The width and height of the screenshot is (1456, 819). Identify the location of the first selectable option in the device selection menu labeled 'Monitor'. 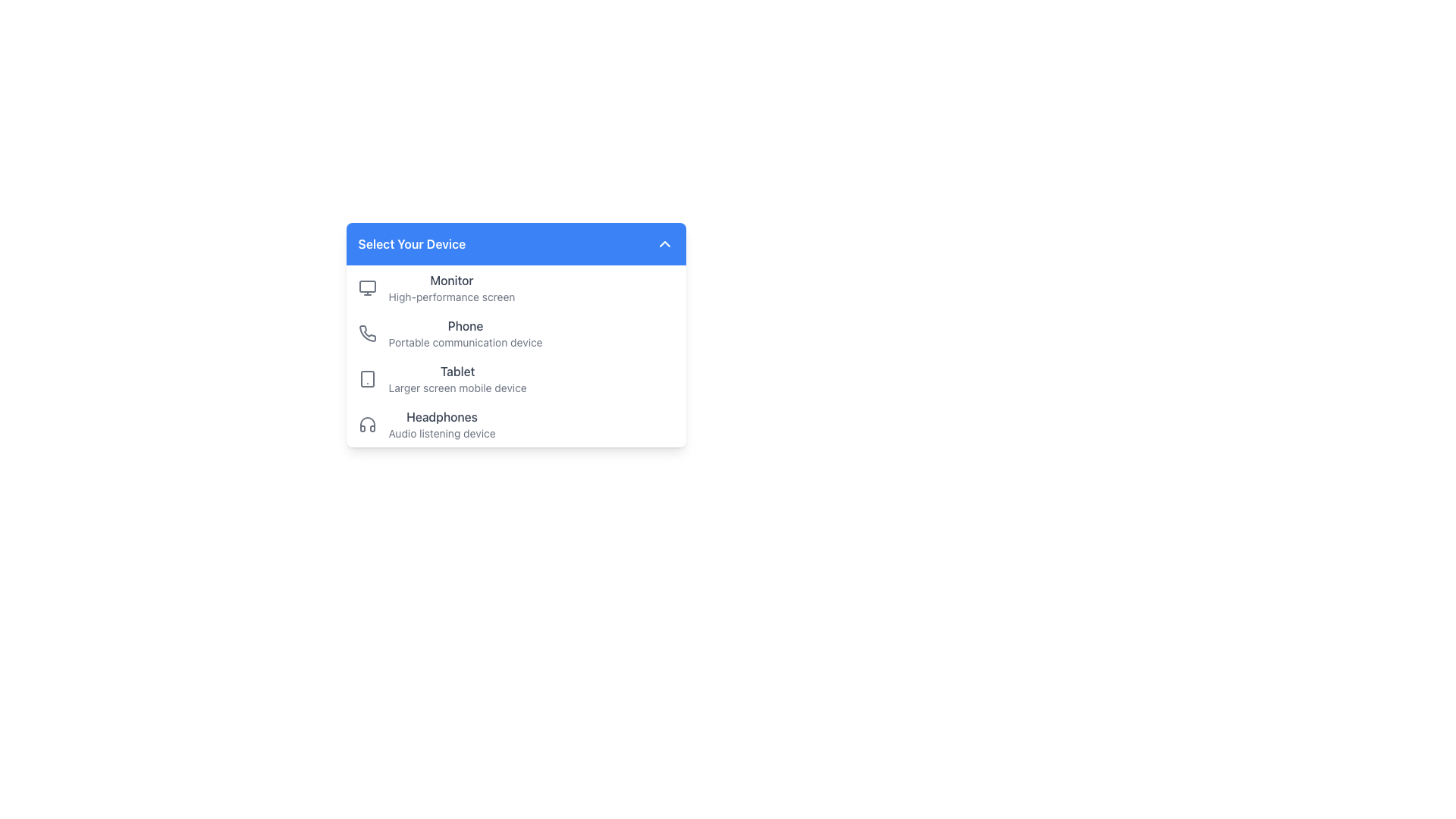
(516, 288).